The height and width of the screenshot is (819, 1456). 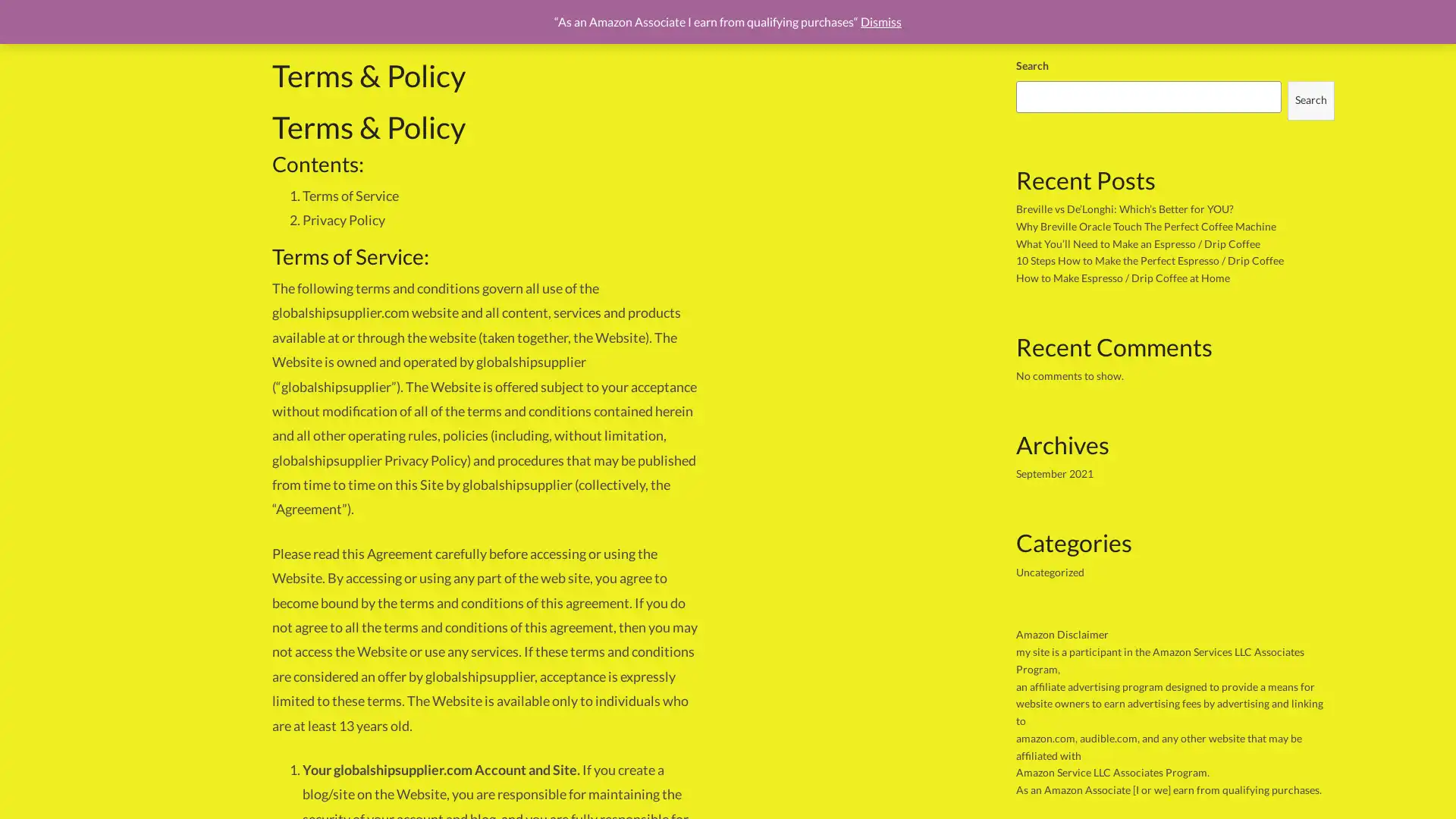 What do you see at coordinates (1310, 99) in the screenshot?
I see `Search` at bounding box center [1310, 99].